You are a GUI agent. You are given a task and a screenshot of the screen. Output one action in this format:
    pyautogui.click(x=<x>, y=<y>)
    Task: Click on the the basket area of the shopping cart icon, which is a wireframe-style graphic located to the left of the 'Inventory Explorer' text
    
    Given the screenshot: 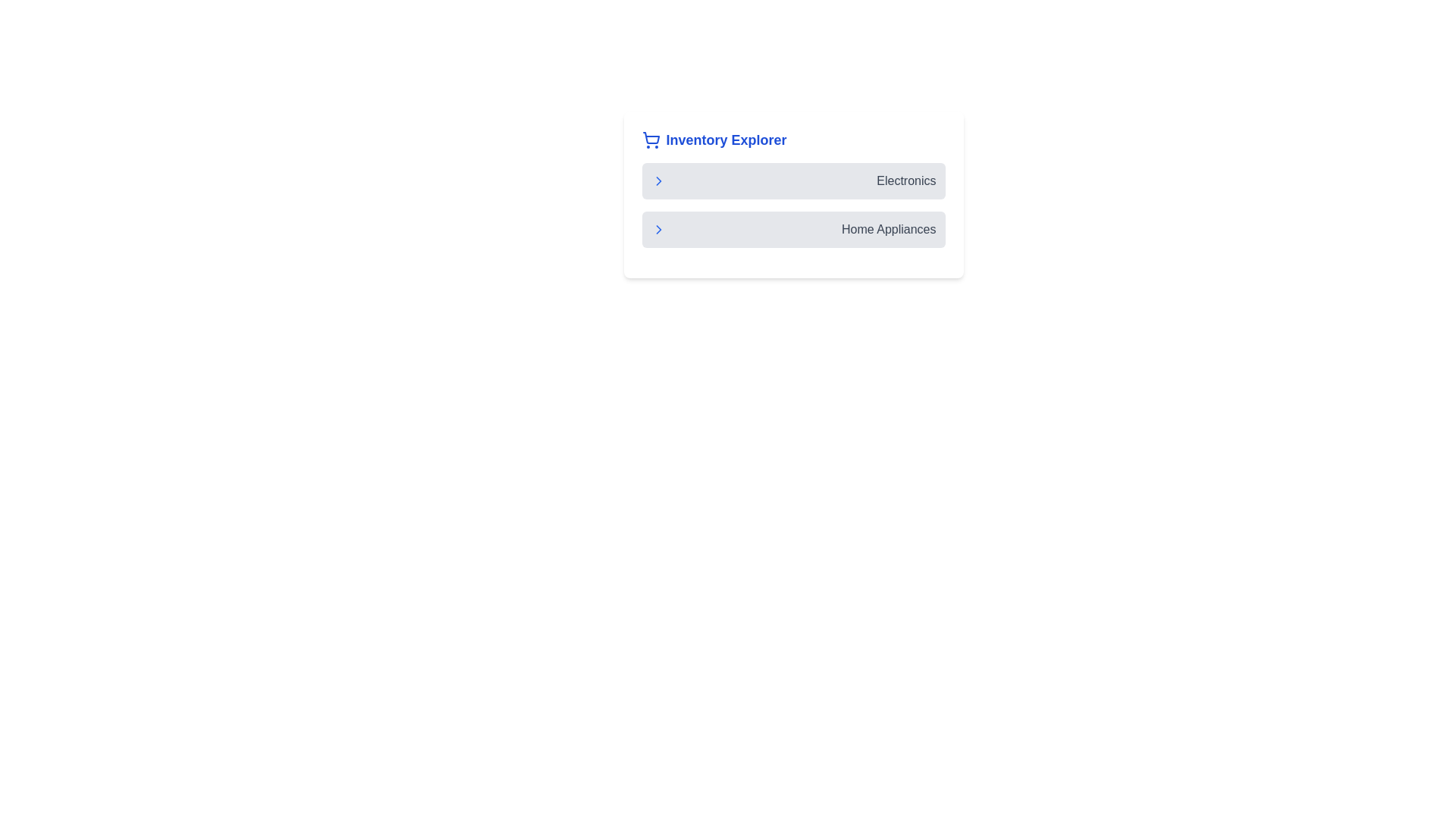 What is the action you would take?
    pyautogui.click(x=651, y=138)
    